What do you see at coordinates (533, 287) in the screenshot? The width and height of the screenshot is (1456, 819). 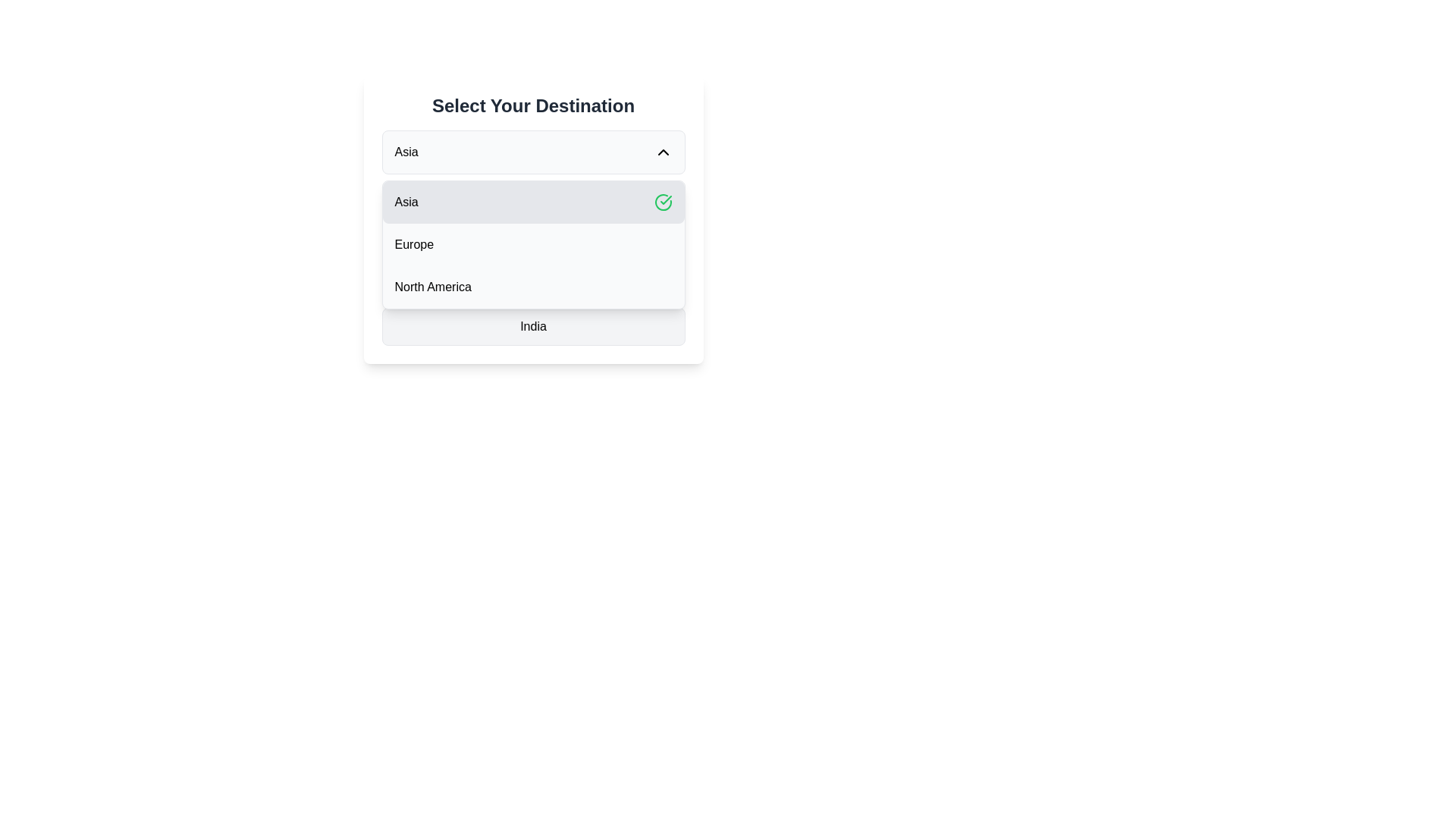 I see `the third visible menu item in the dropdown menu, which represents 'North America'` at bounding box center [533, 287].